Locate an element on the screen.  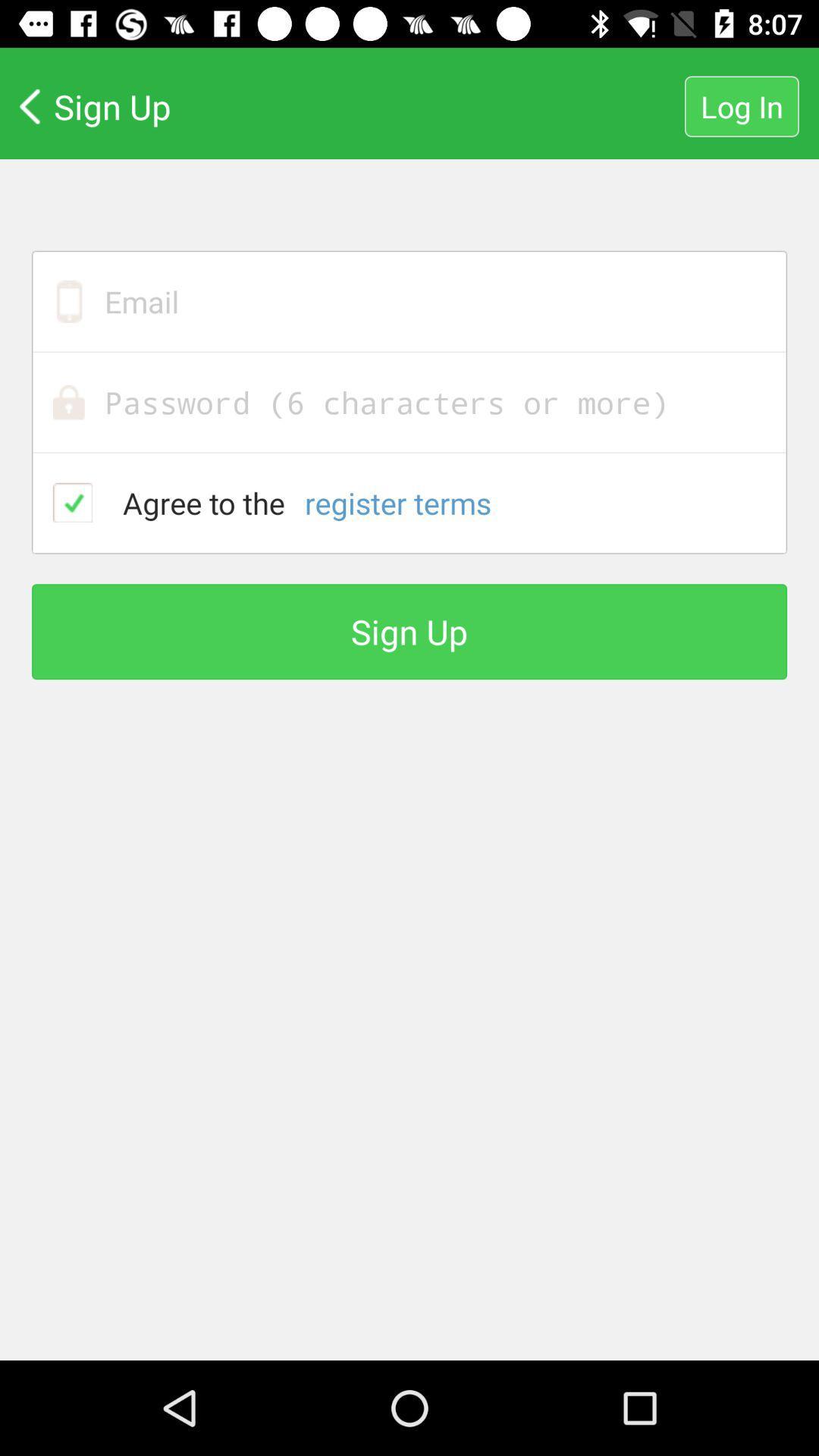
the log in is located at coordinates (741, 105).